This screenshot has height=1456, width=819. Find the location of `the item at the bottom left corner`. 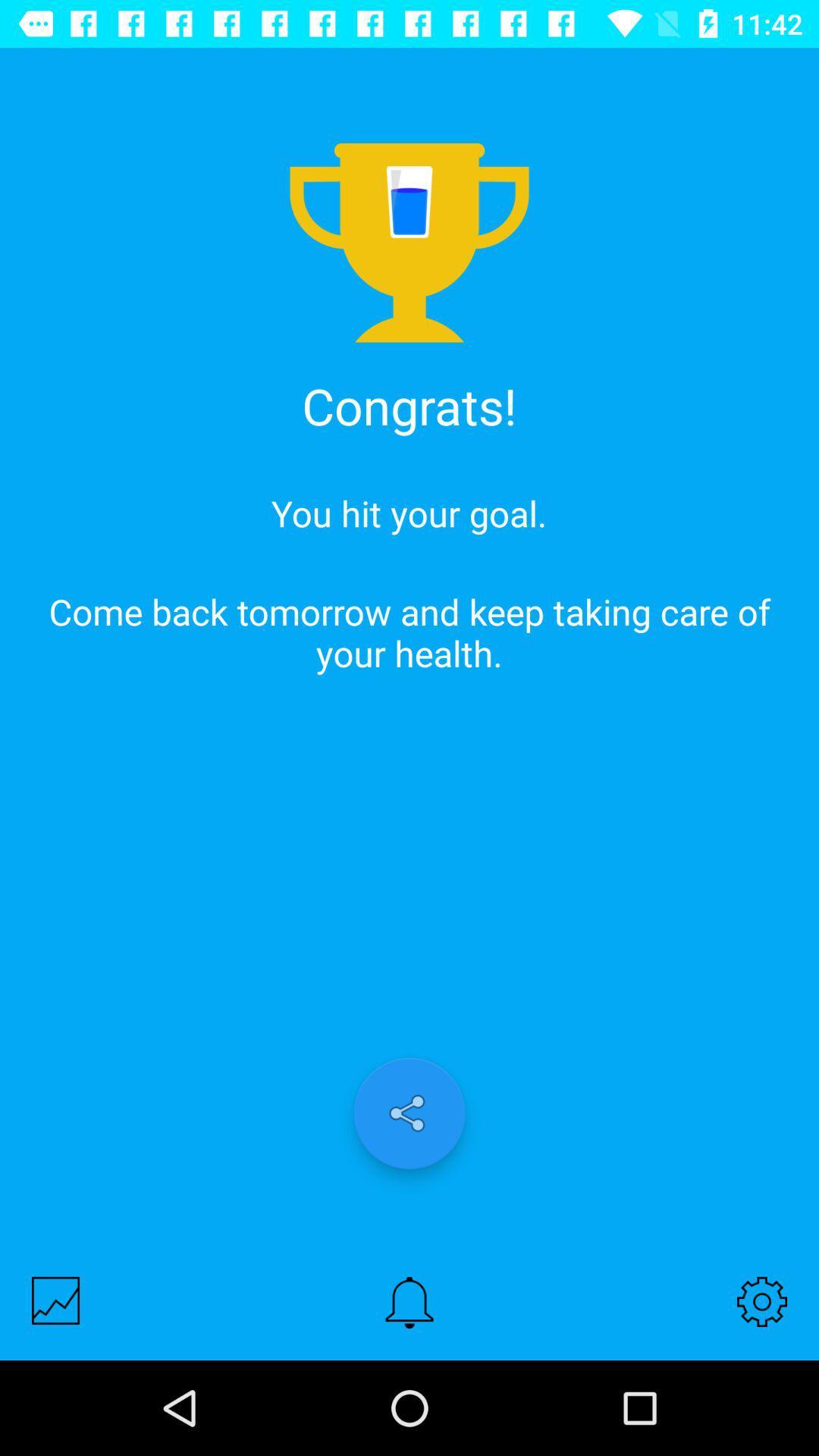

the item at the bottom left corner is located at coordinates (55, 1300).